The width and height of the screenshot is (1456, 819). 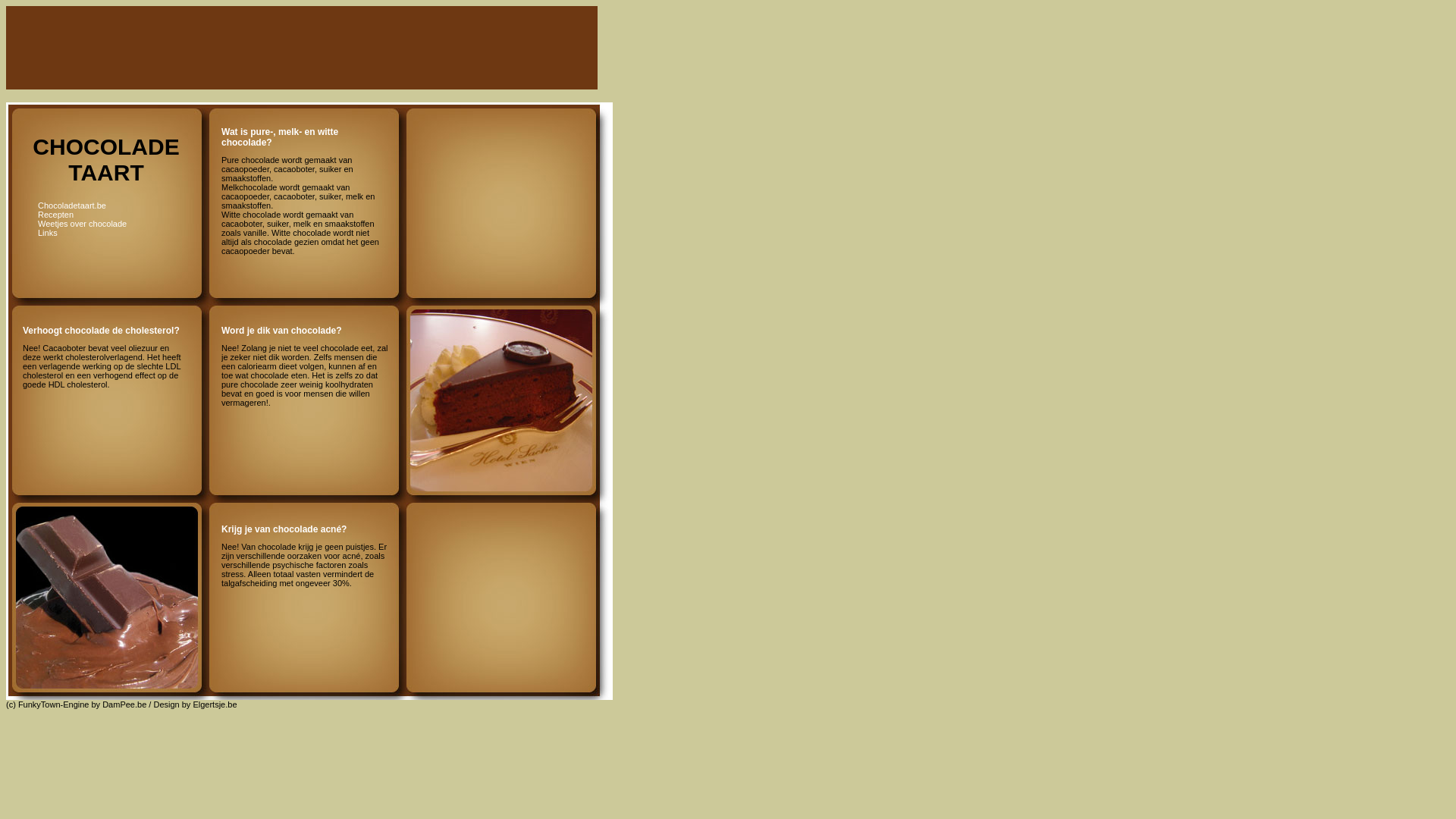 What do you see at coordinates (47, 233) in the screenshot?
I see `'Links'` at bounding box center [47, 233].